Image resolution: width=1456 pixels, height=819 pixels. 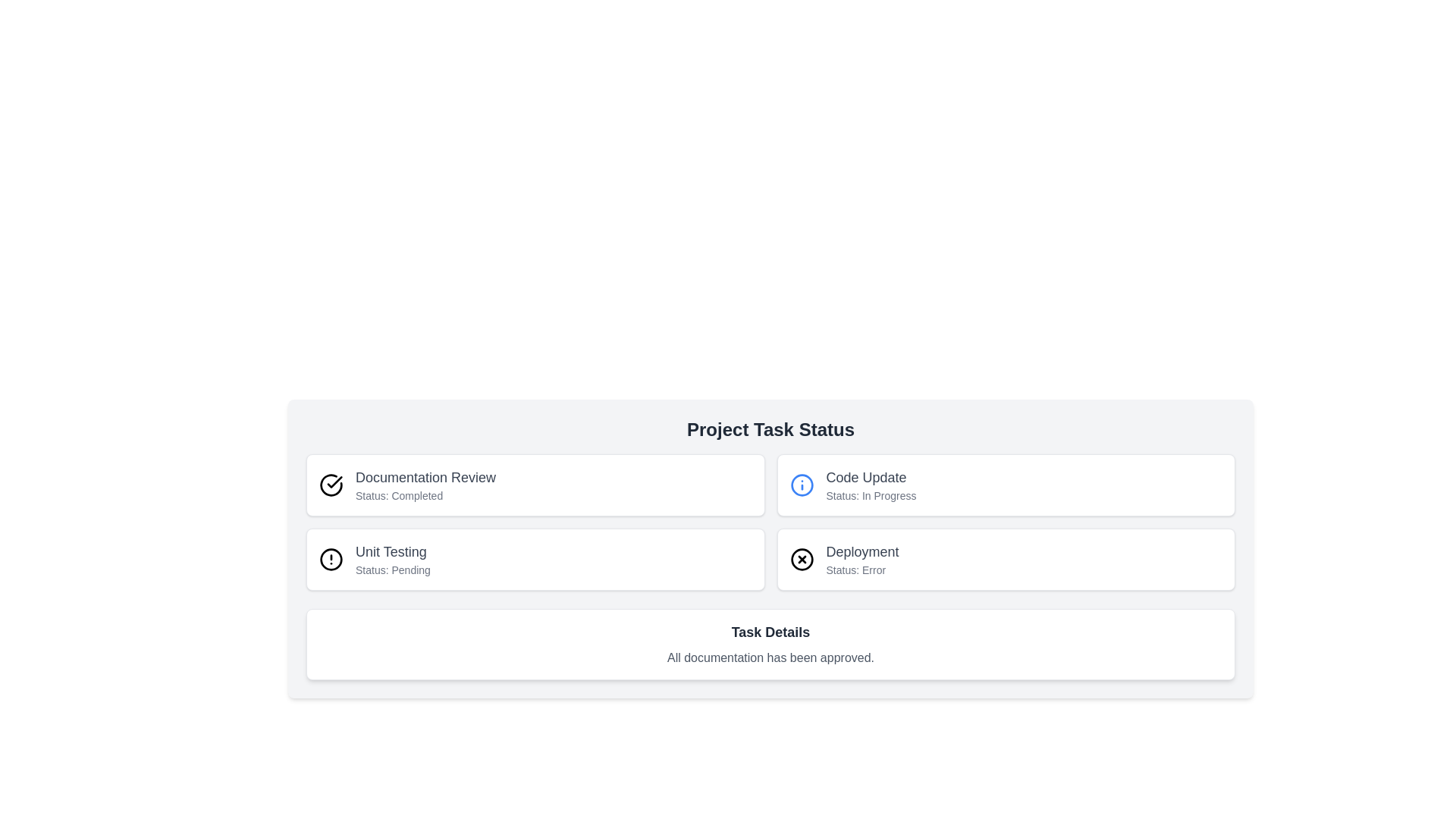 I want to click on the status information displayed in the error status Text Label located beneath the 'Deployment' label in the right section of the layout, so click(x=862, y=570).